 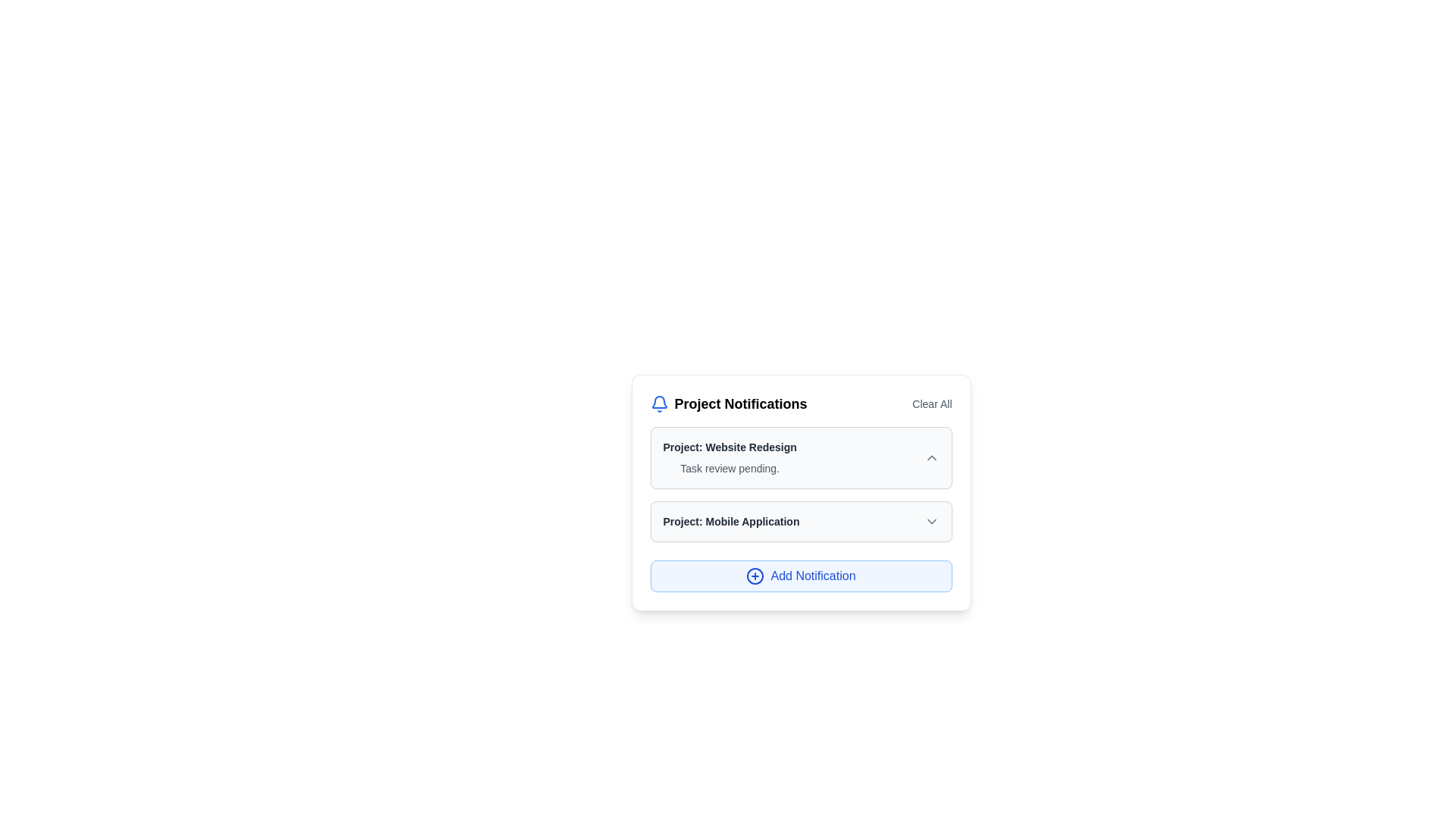 What do you see at coordinates (659, 403) in the screenshot?
I see `the bell-shaped icon with a blue outline, located in the header section next to the 'Project Notifications' title` at bounding box center [659, 403].